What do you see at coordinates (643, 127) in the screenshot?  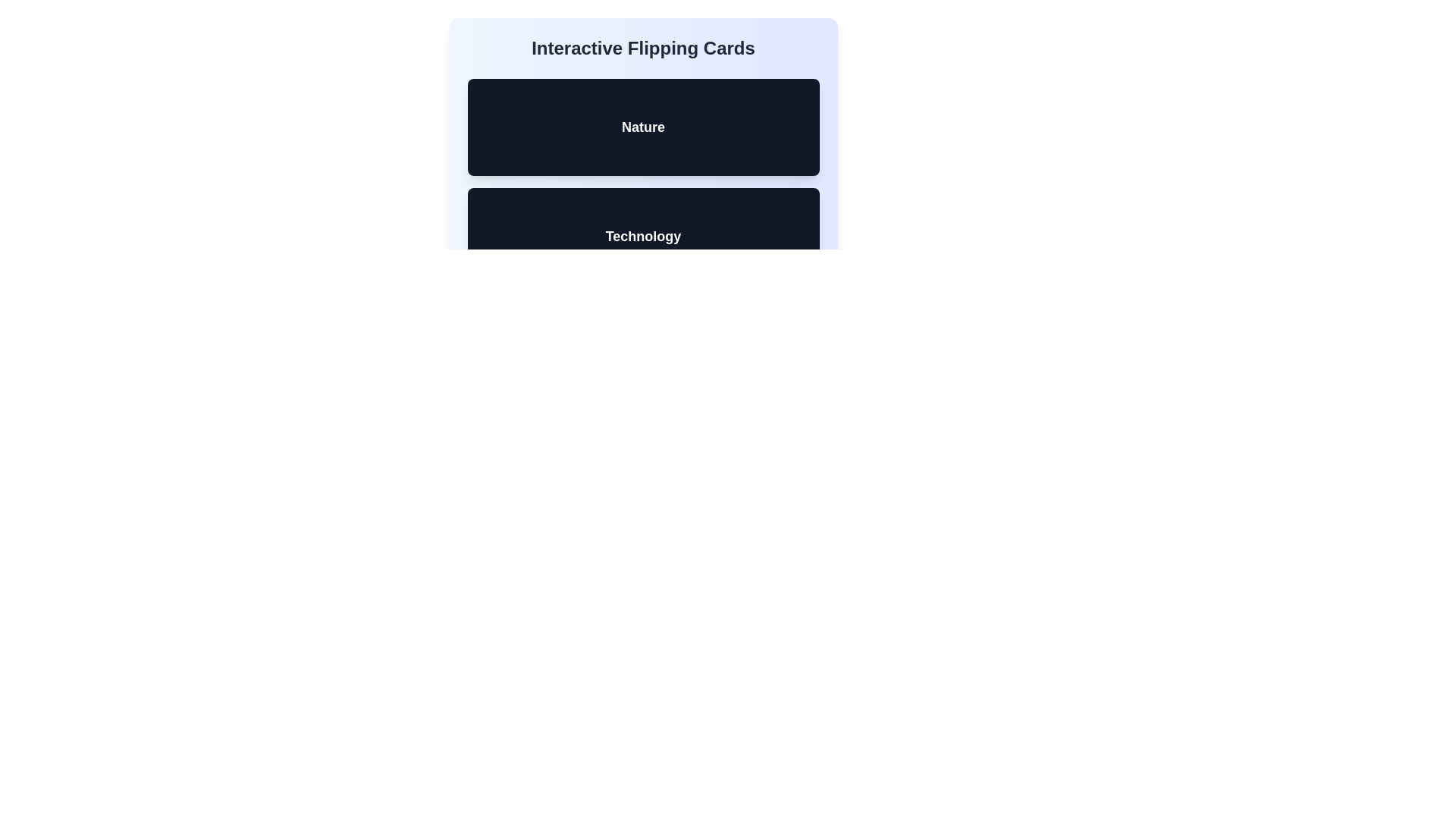 I see `the card labeled Nature to highlight it` at bounding box center [643, 127].